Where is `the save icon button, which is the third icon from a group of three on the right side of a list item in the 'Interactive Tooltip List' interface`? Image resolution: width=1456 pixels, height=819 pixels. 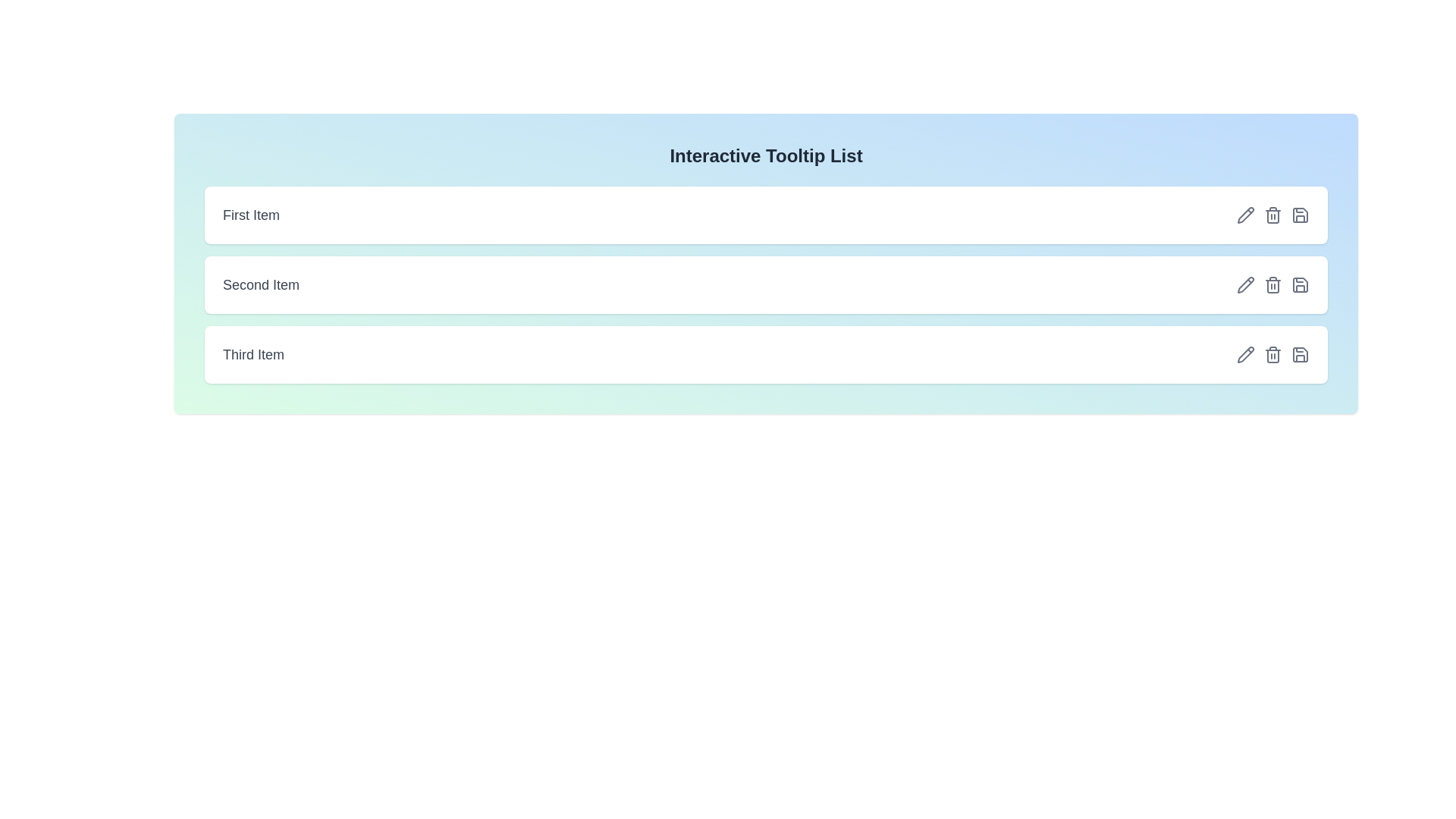
the save icon button, which is the third icon from a group of three on the right side of a list item in the 'Interactive Tooltip List' interface is located at coordinates (1299, 215).